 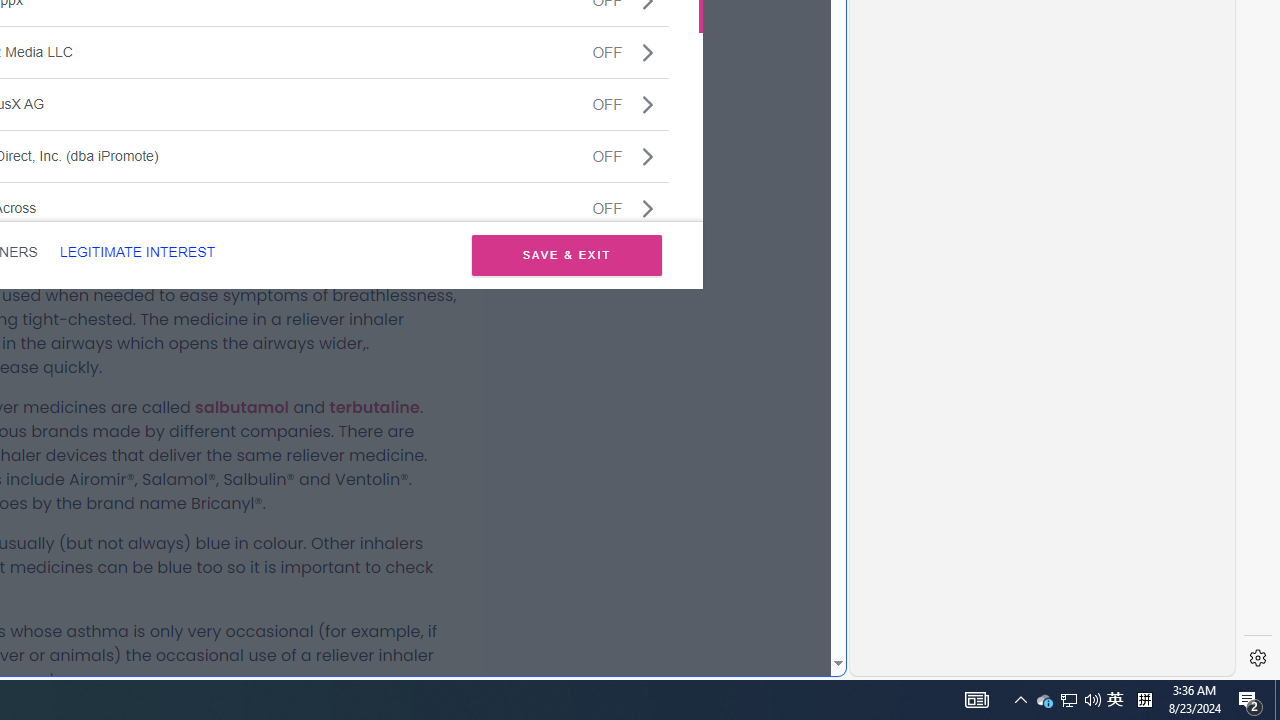 I want to click on 'LEGITIMATE INTEREST', so click(x=136, y=250).